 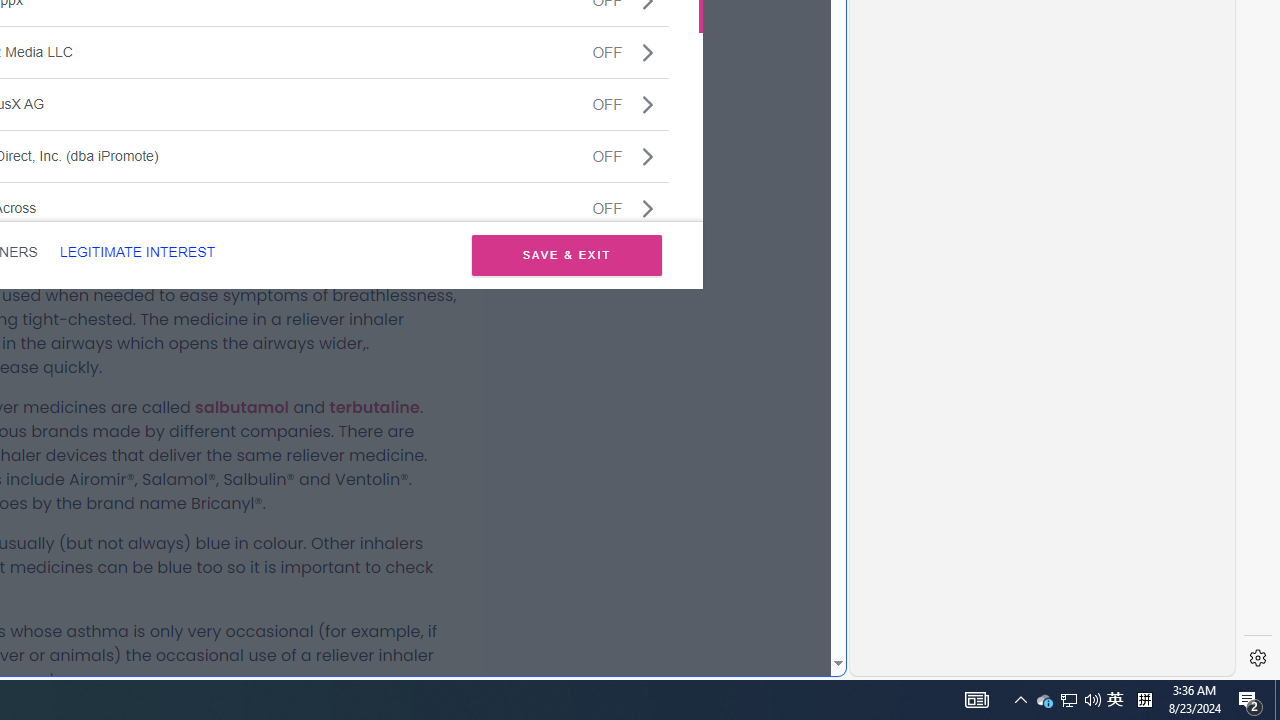 I want to click on 'LEGITIMATE INTEREST', so click(x=136, y=250).